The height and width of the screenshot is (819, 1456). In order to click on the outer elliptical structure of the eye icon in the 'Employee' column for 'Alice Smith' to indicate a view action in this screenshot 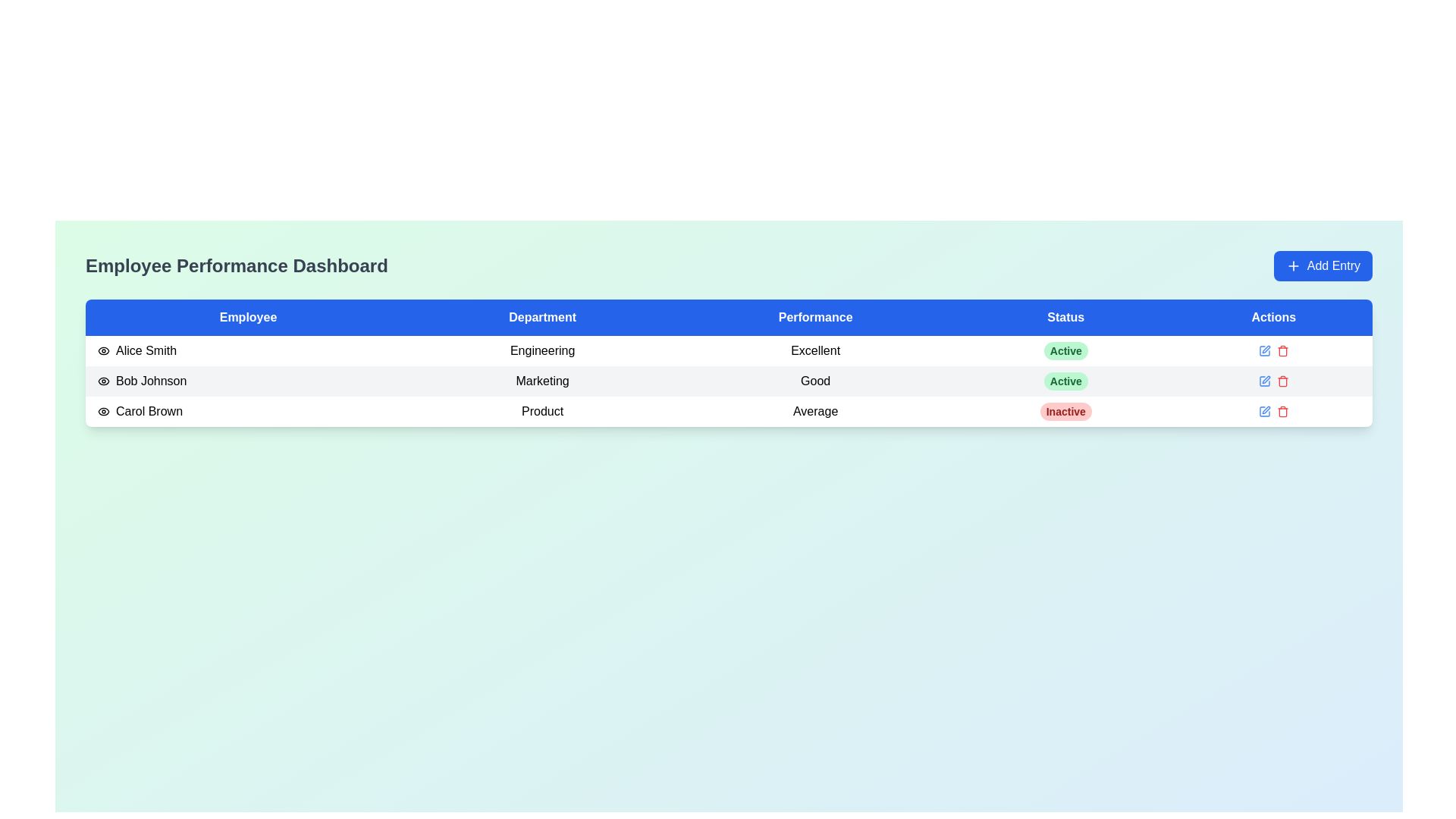, I will do `click(103, 380)`.